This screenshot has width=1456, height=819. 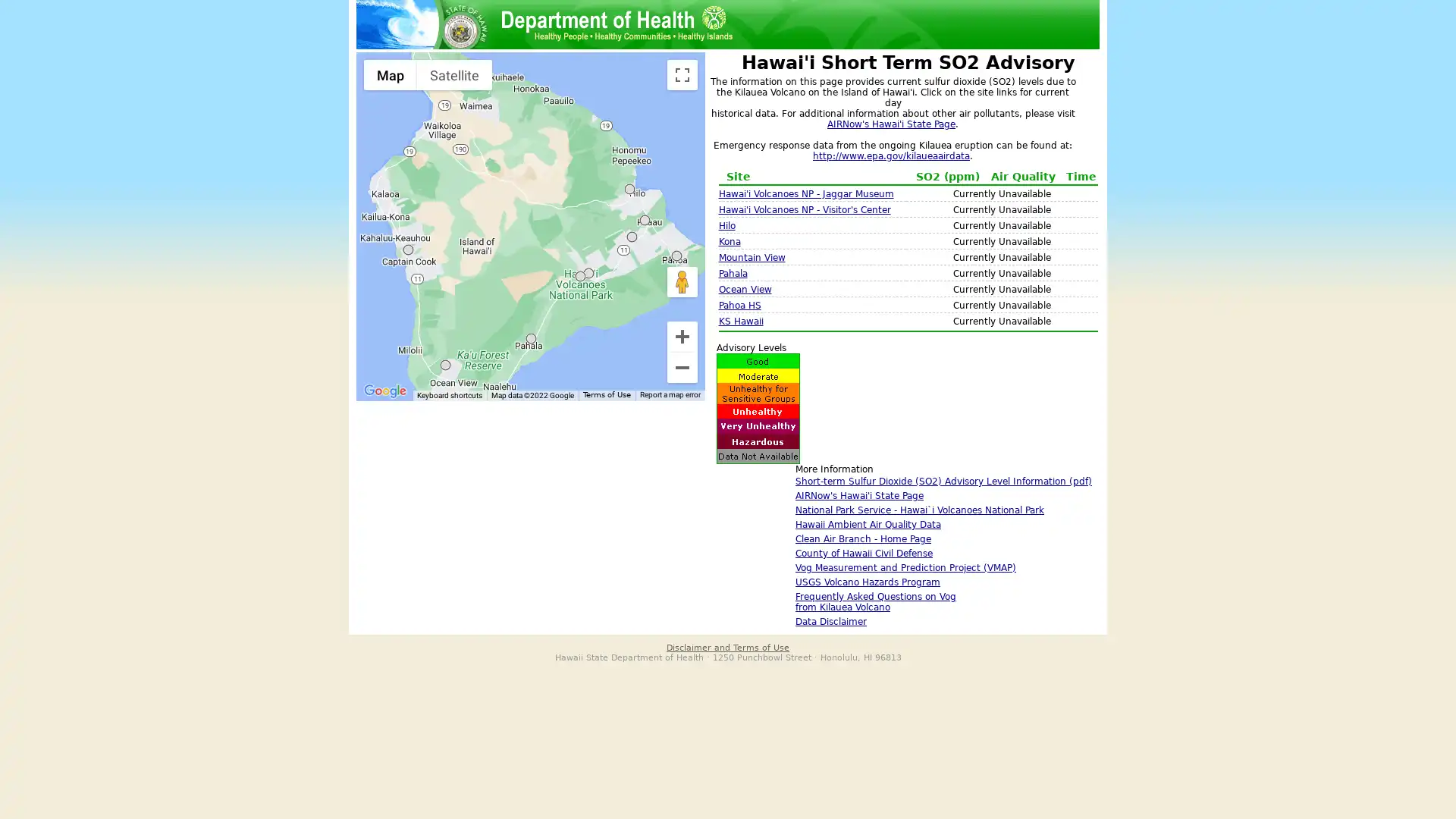 What do you see at coordinates (682, 368) in the screenshot?
I see `Zoom out` at bounding box center [682, 368].